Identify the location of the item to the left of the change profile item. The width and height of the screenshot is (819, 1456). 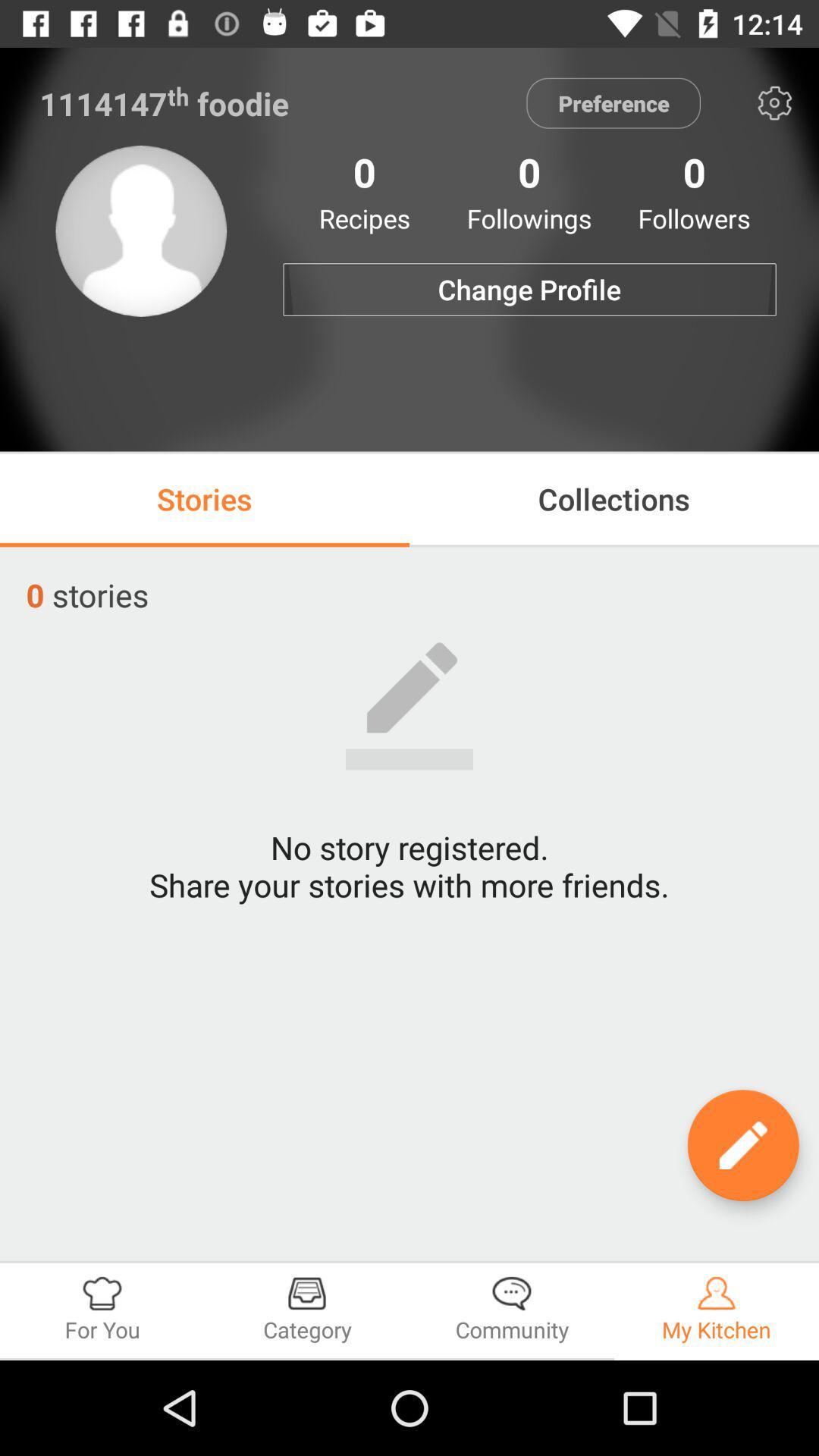
(141, 230).